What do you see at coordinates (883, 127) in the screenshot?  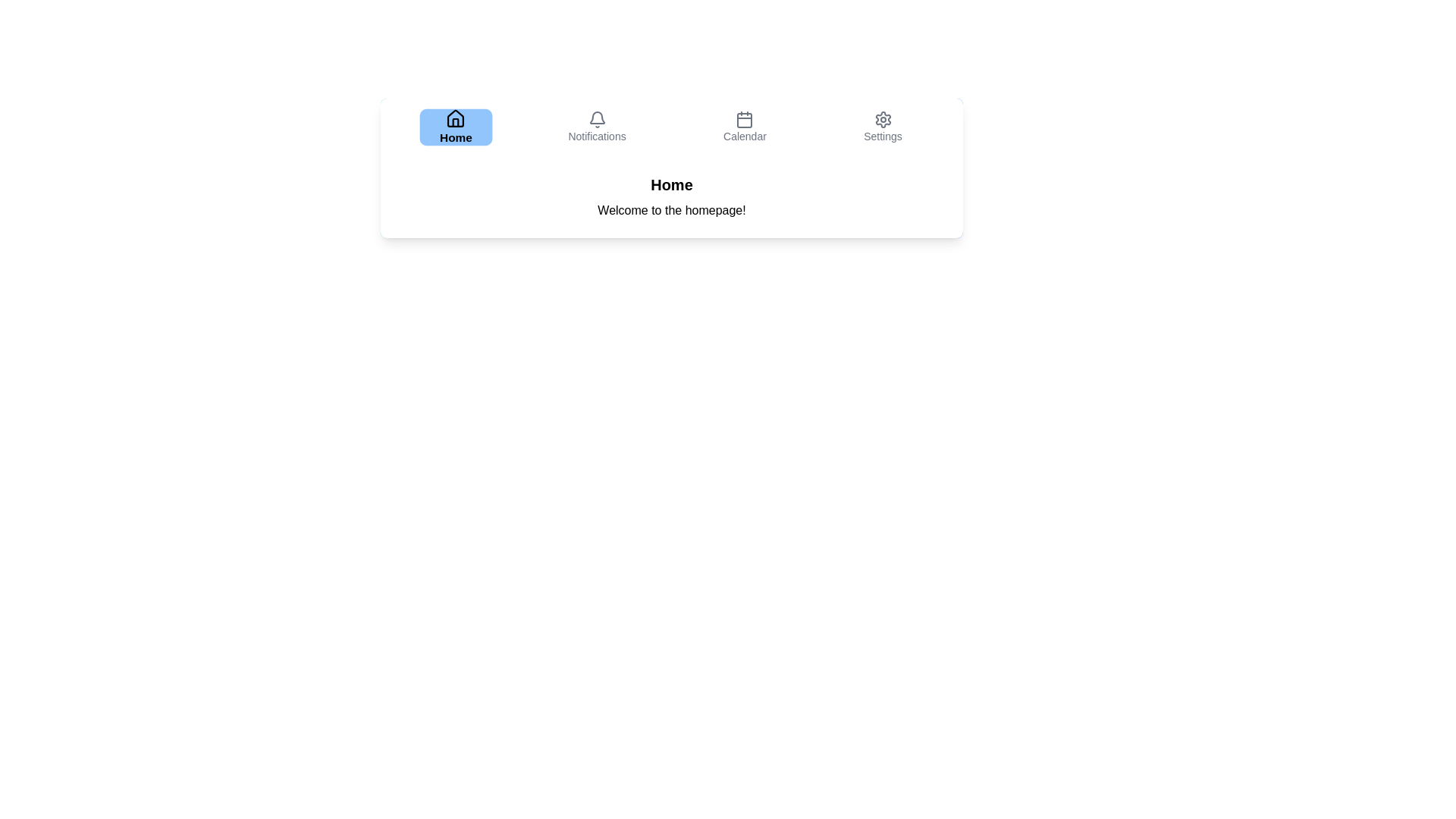 I see `the 'Settings' navigation menu item, which is represented by a cogwheel icon and the text 'Settings' in gray, located as the fourth item from the left in the navigation menu` at bounding box center [883, 127].